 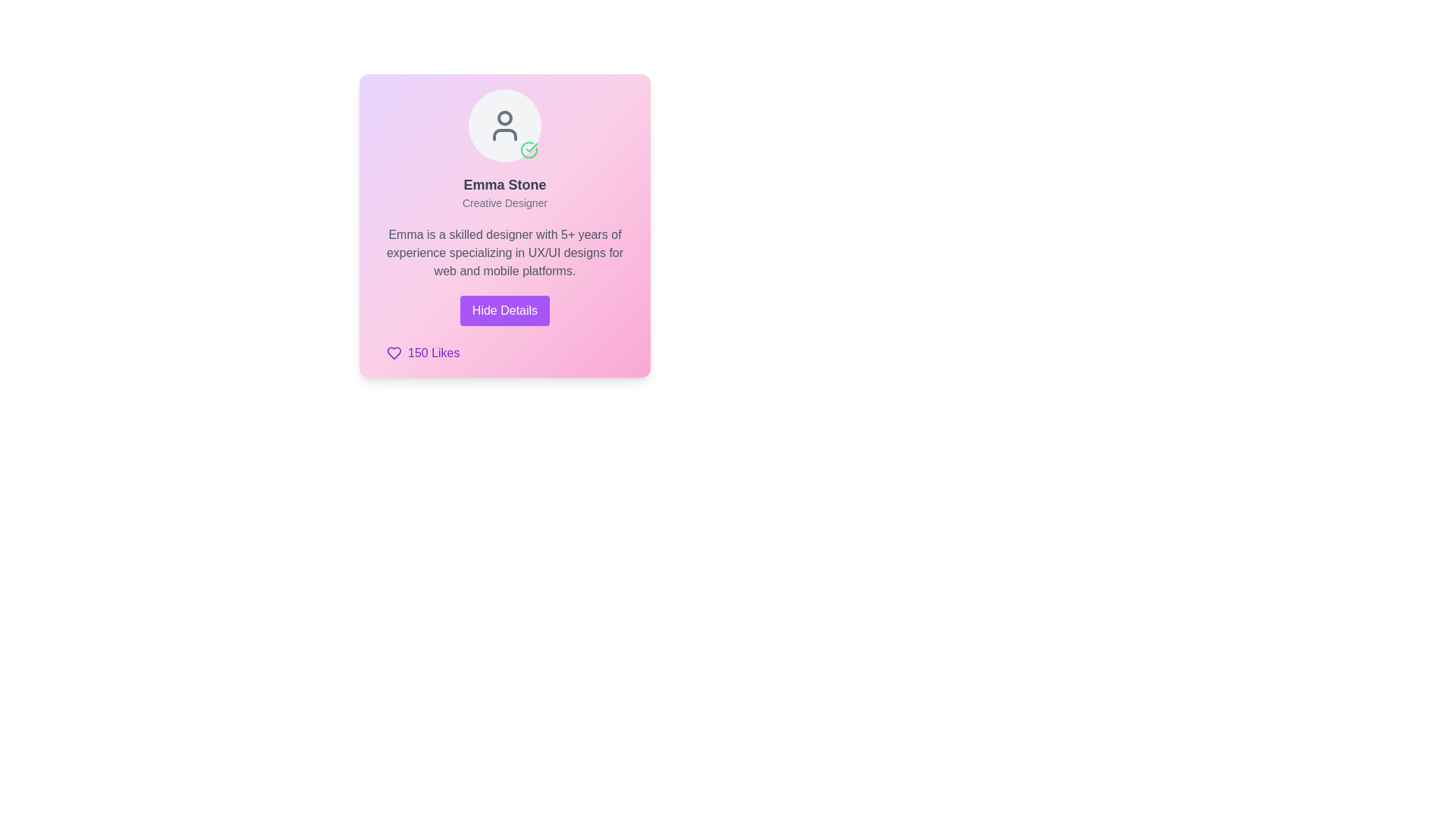 I want to click on the 'Hide Details' button with a purple background, so click(x=505, y=309).